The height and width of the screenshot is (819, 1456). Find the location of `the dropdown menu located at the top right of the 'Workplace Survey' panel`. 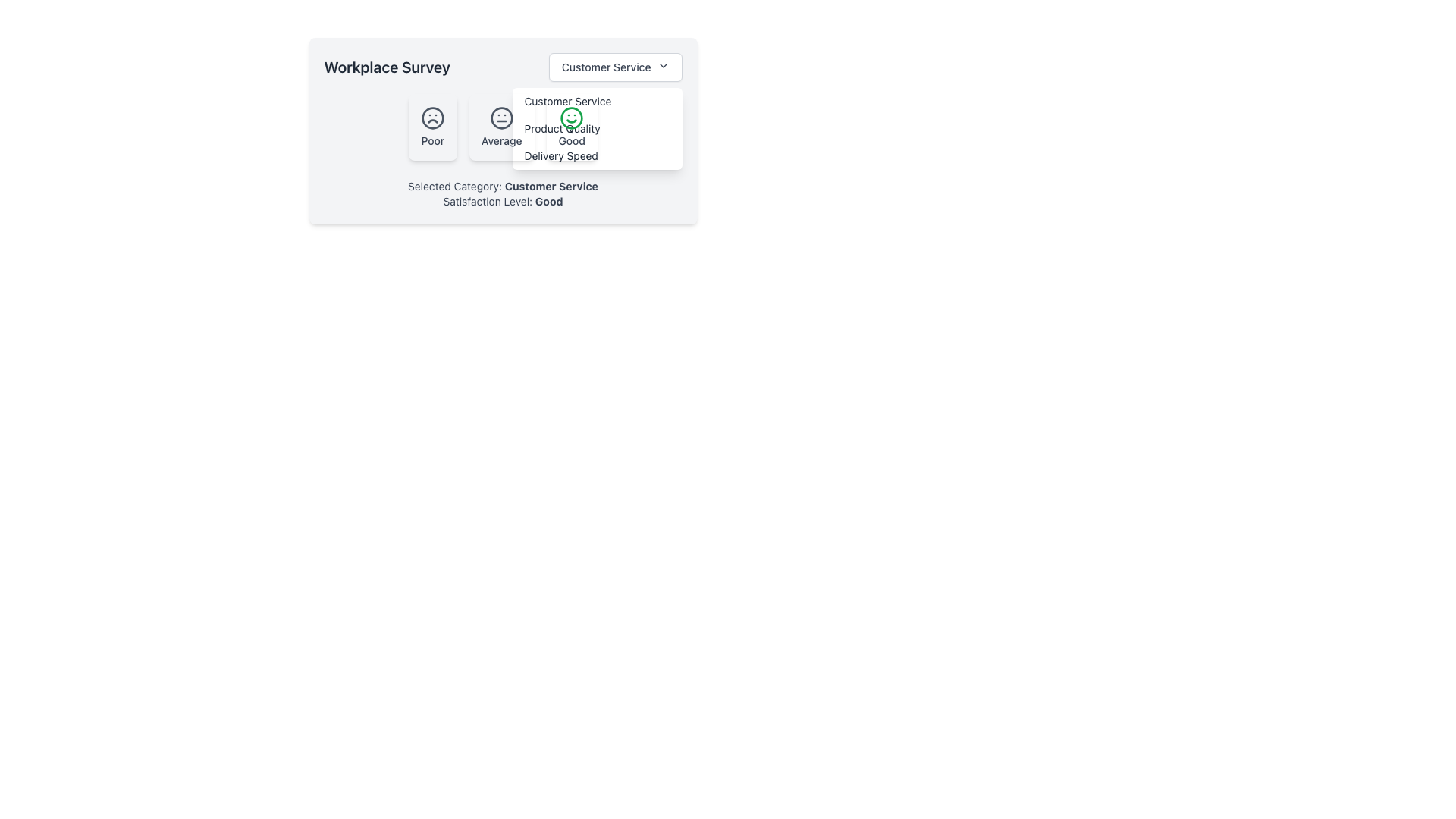

the dropdown menu located at the top right of the 'Workplace Survey' panel is located at coordinates (615, 66).